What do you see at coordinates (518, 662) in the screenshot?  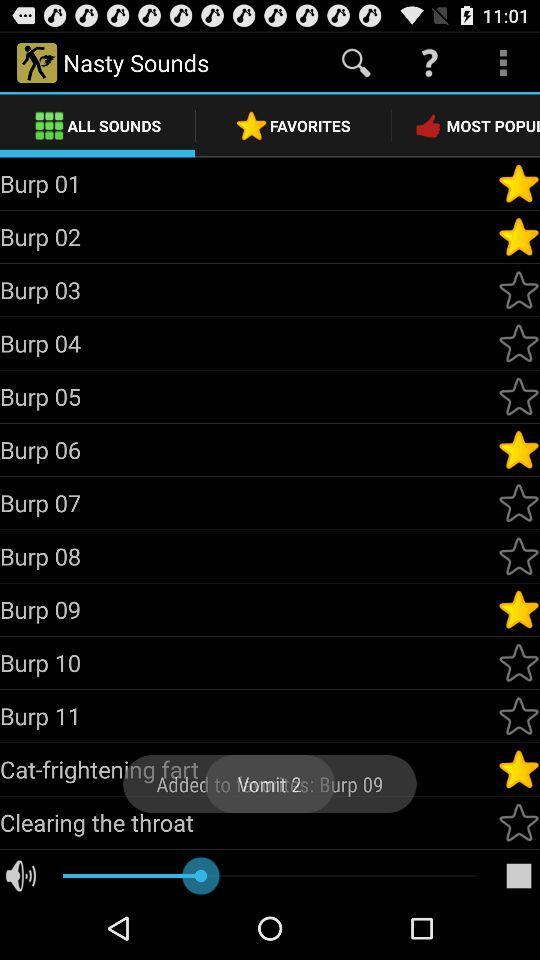 I see `favorite` at bounding box center [518, 662].